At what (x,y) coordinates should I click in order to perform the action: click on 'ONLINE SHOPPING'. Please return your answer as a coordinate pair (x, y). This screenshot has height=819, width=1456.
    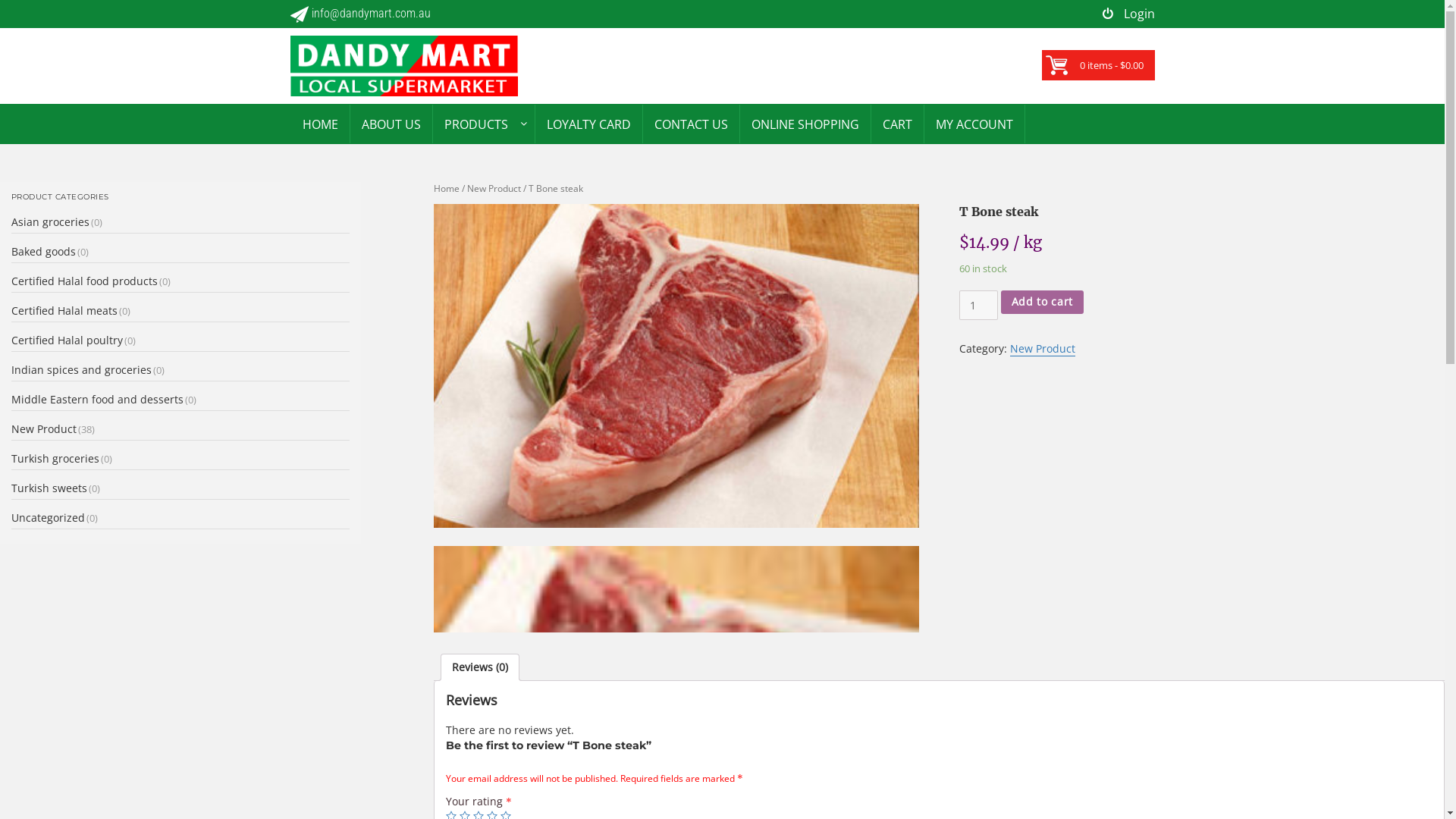
    Looking at the image, I should click on (804, 123).